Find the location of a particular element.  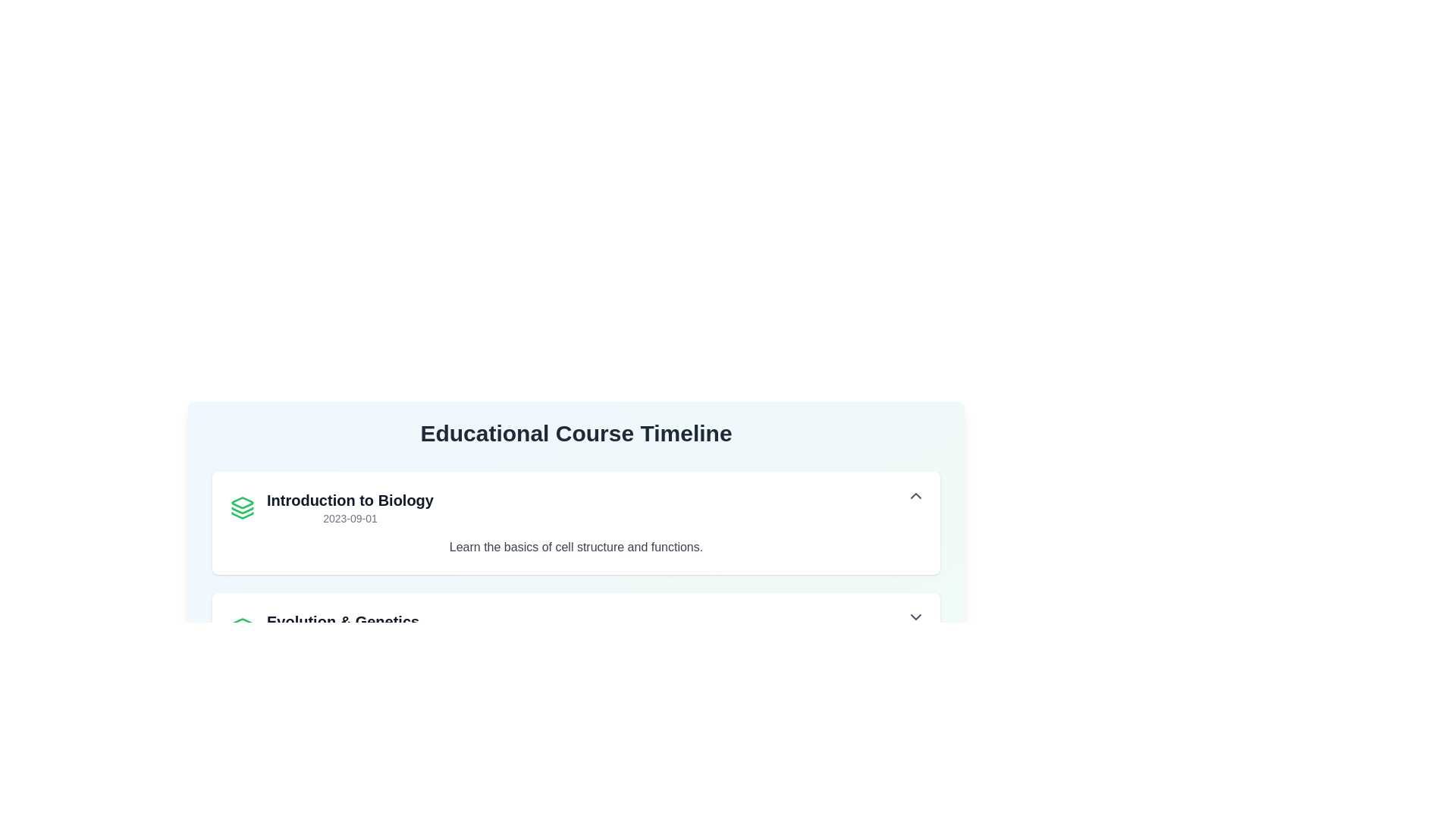

the text label that reads 'Learn the basics of cell structure and functions.' which is styled in gray color and located below the title 'Introduction to Biology' is located at coordinates (575, 547).